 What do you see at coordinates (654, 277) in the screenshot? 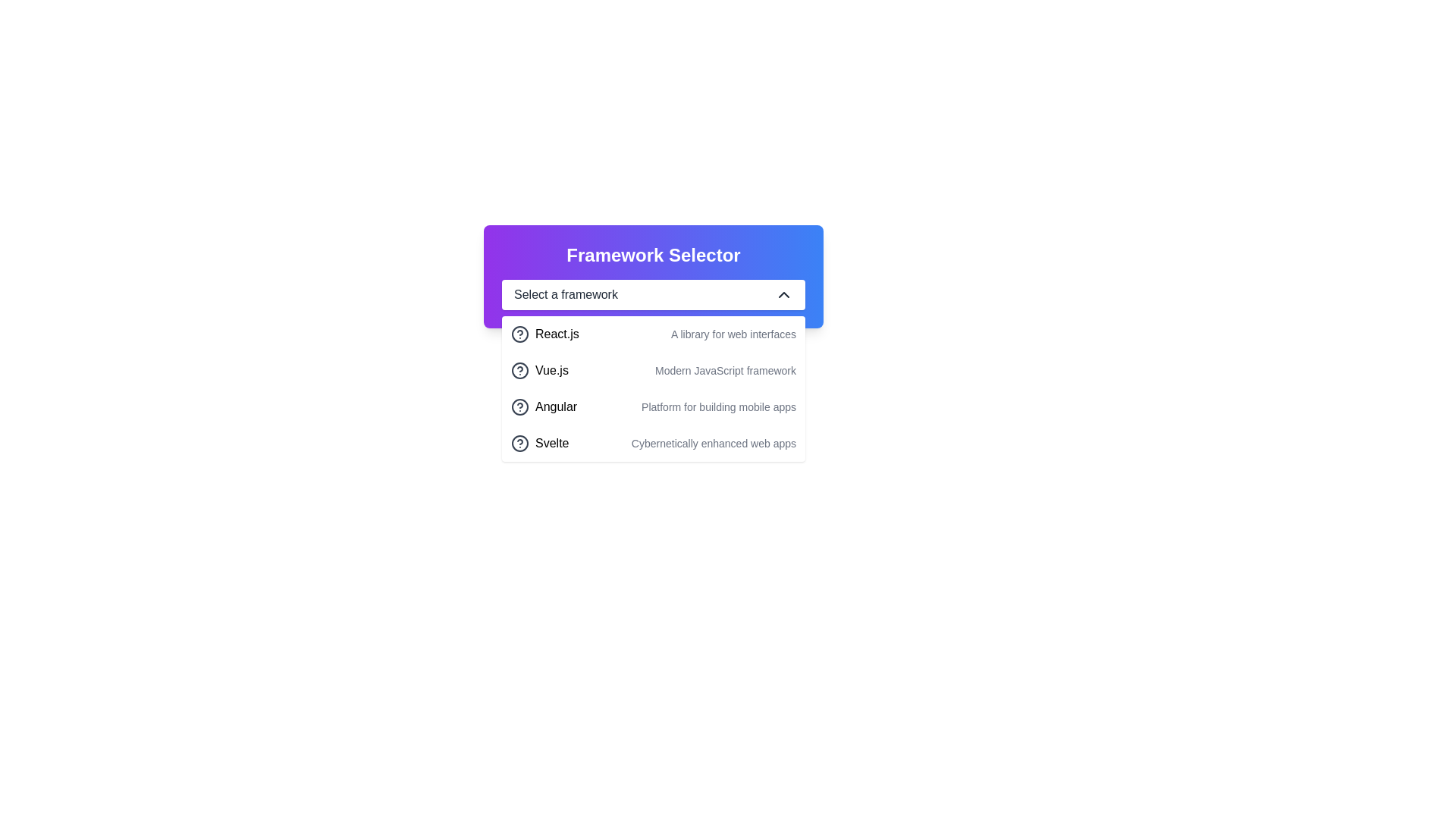
I see `the 'Framework Selector' dropdown, which has a gradient background and contains the label 'Select a framework'` at bounding box center [654, 277].